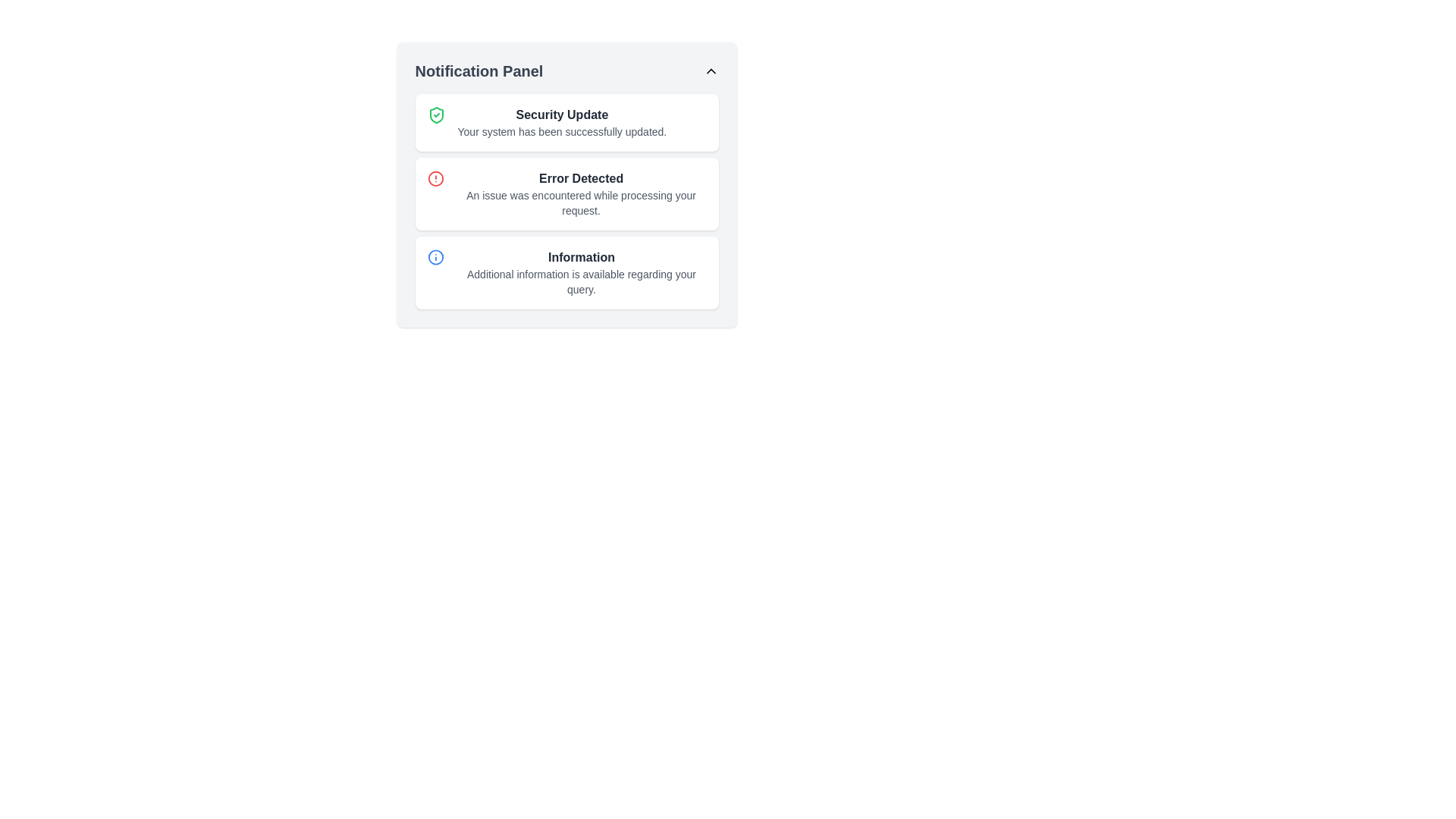 The image size is (1456, 819). What do you see at coordinates (581, 271) in the screenshot?
I see `information displayed in the Text block located in the third row under the 'Notification Panel' interface, which provides context about the user's query` at bounding box center [581, 271].